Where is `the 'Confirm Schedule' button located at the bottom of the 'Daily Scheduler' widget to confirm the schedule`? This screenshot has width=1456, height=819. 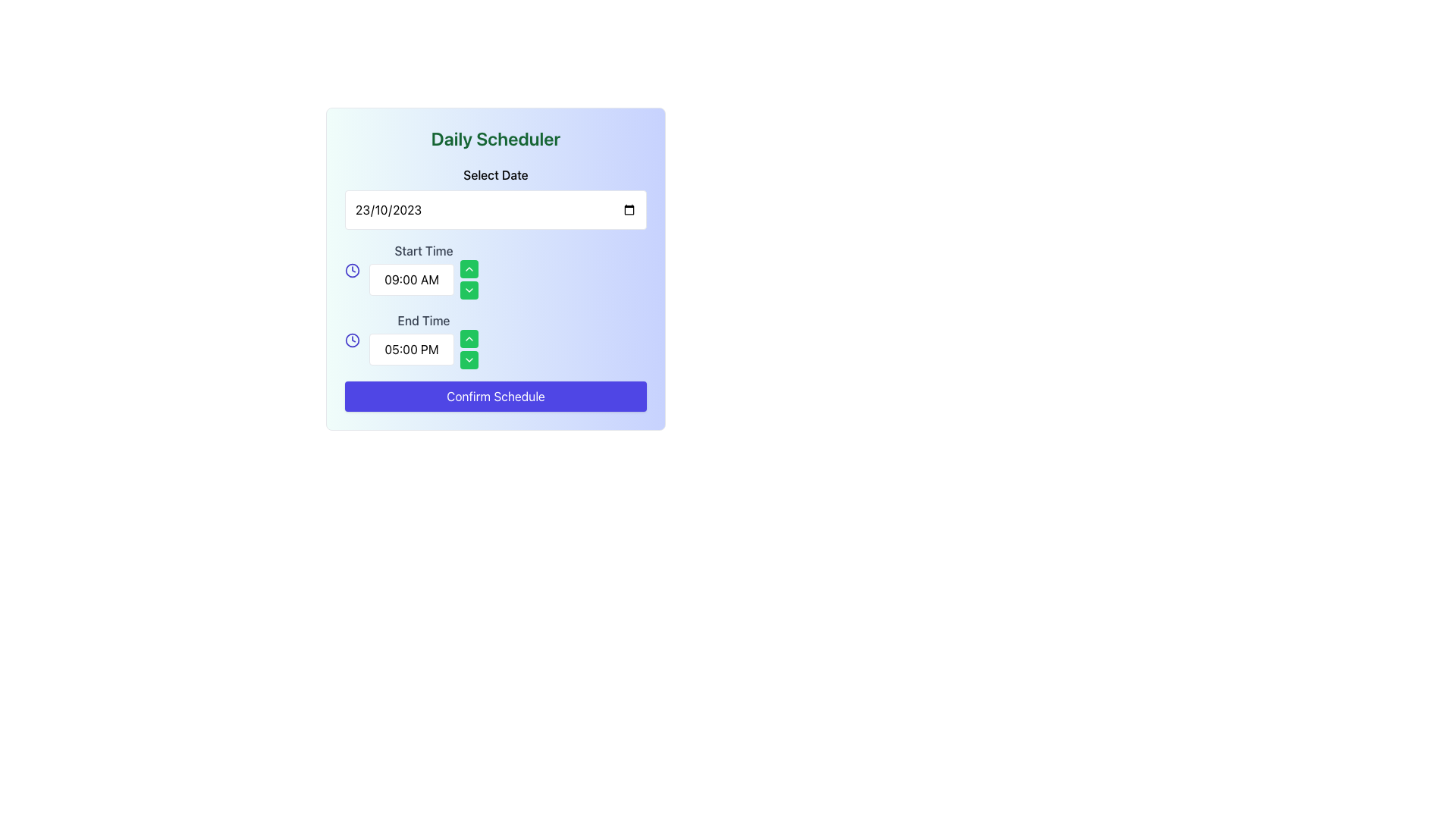
the 'Confirm Schedule' button located at the bottom of the 'Daily Scheduler' widget to confirm the schedule is located at coordinates (495, 396).